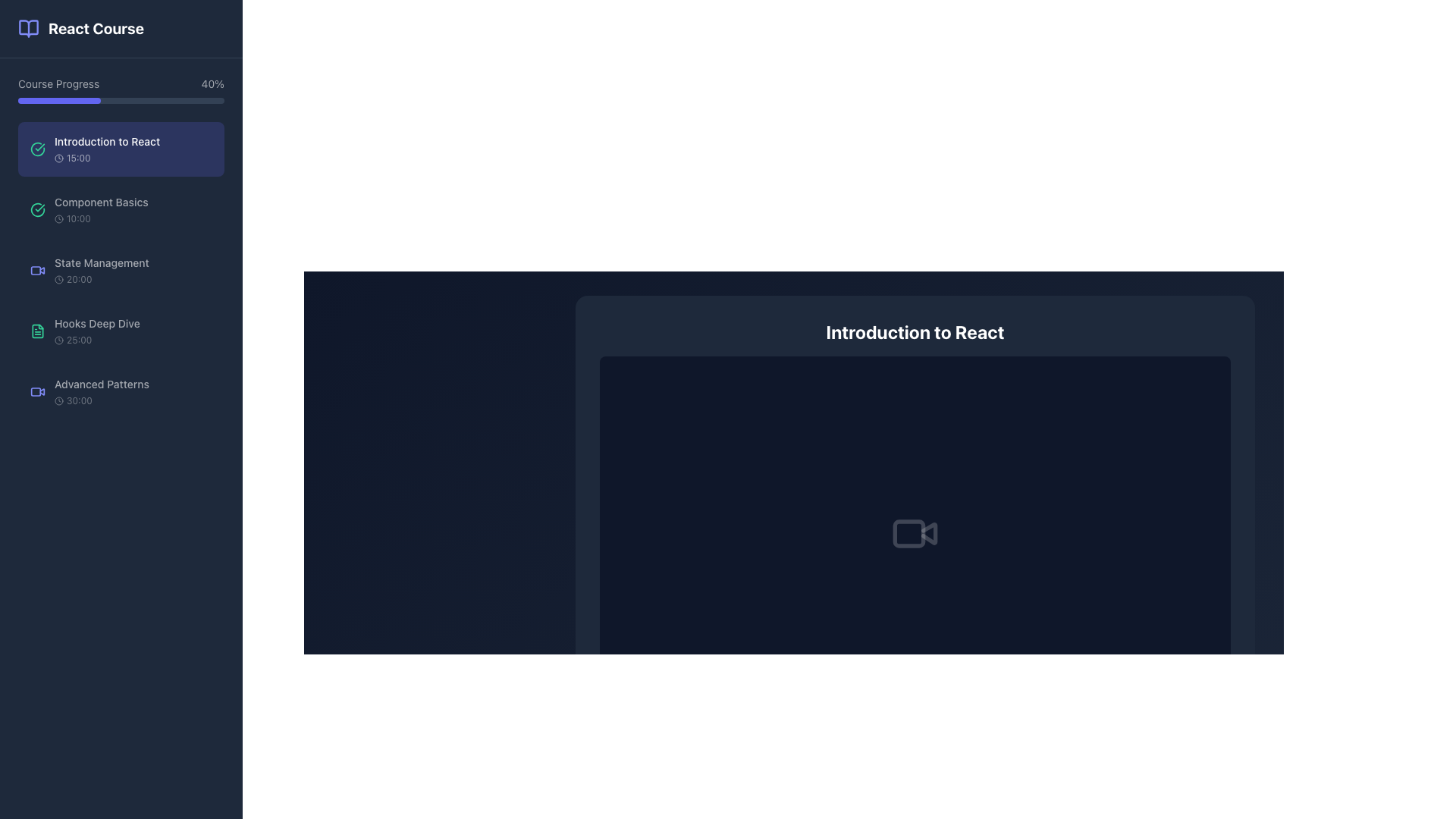 This screenshot has height=819, width=1456. I want to click on the icon representing the course item, which is positioned to the left of the 'Hooks Deep Dive' text, to visually identify it as a document or textual content related to the course, so click(37, 330).